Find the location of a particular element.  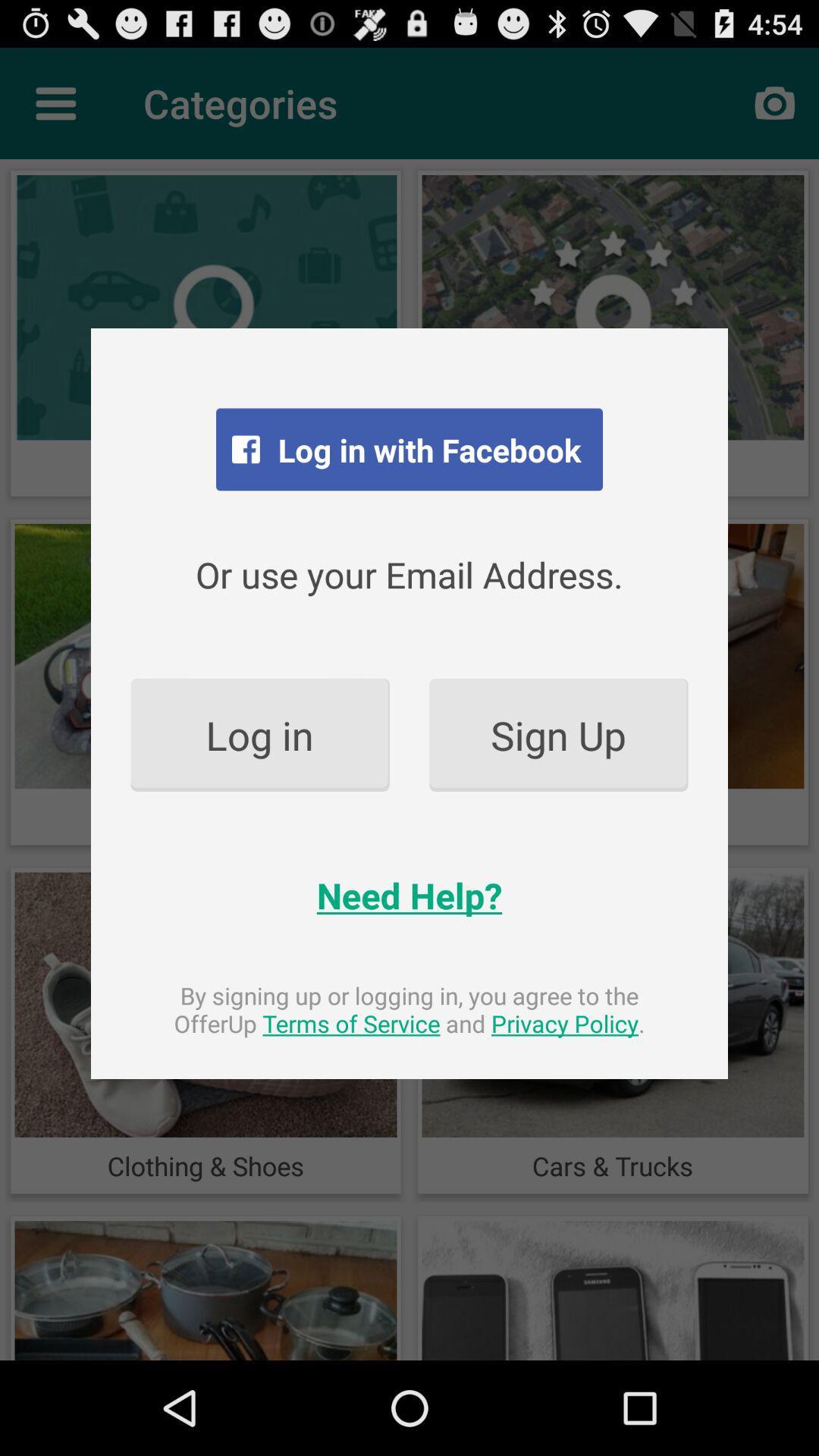

the by signing up icon is located at coordinates (409, 1009).